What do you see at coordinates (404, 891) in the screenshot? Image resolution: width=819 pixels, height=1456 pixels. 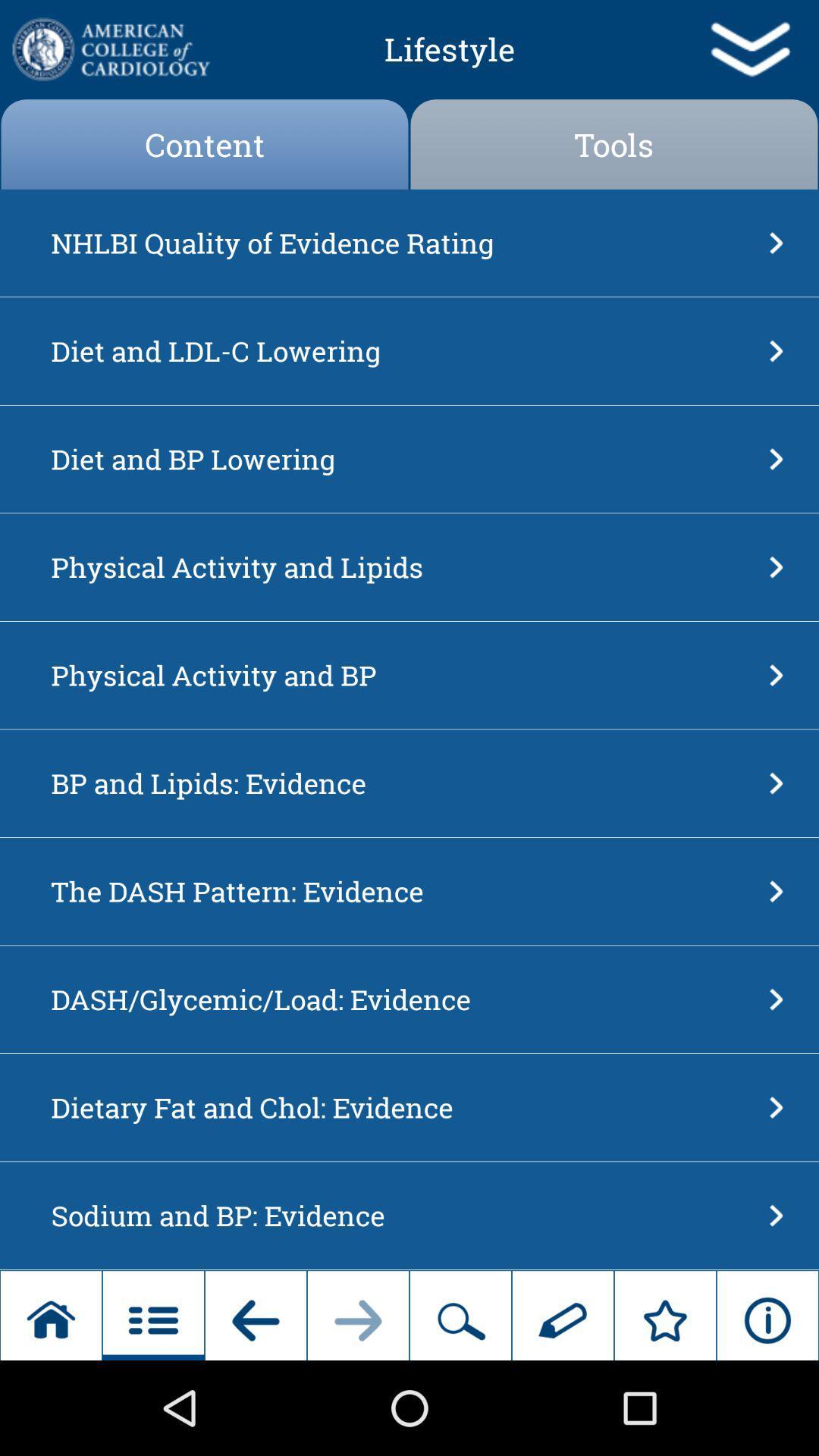 I see `the dash pattern` at bounding box center [404, 891].